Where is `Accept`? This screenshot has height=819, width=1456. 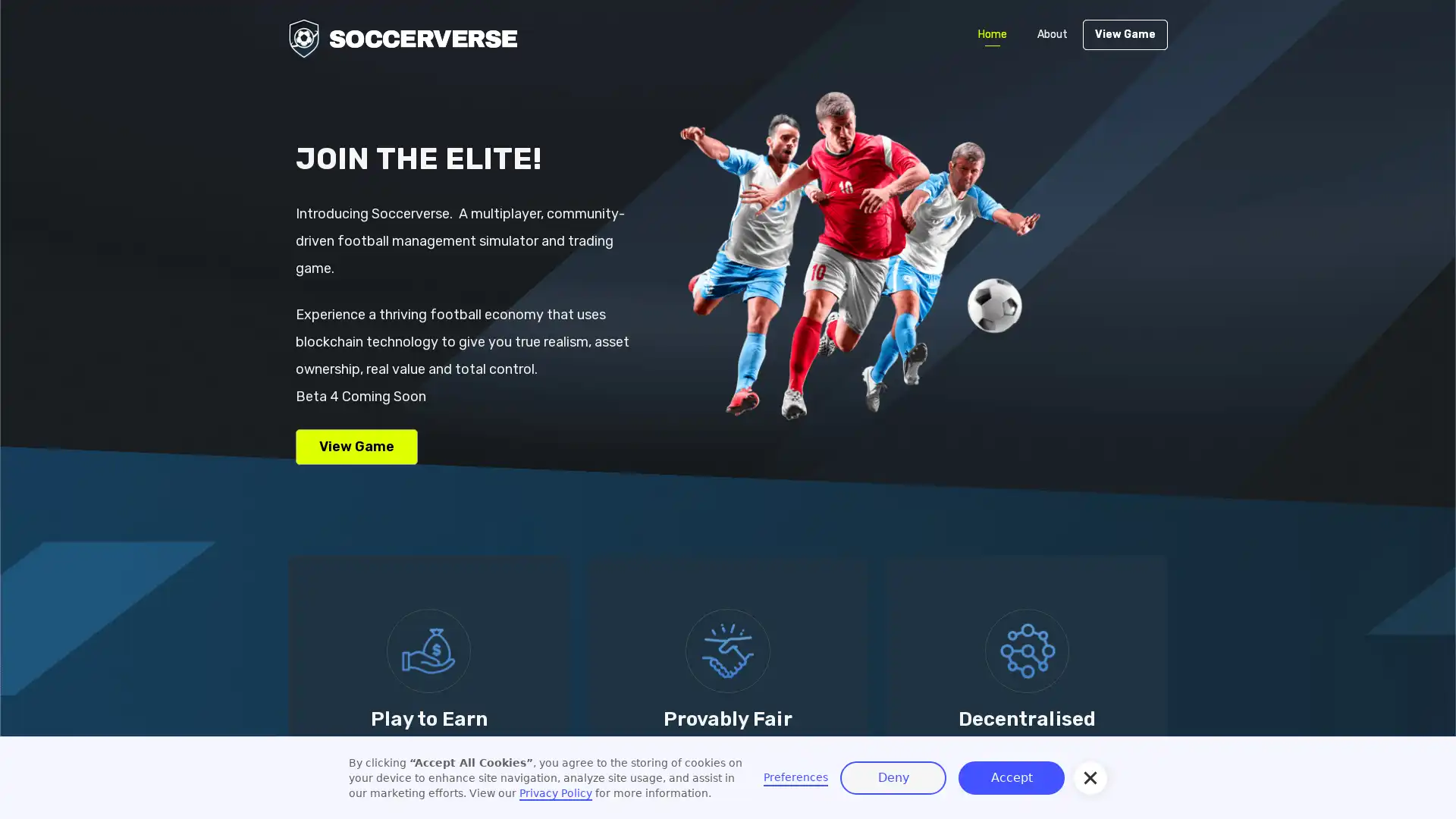 Accept is located at coordinates (1012, 778).